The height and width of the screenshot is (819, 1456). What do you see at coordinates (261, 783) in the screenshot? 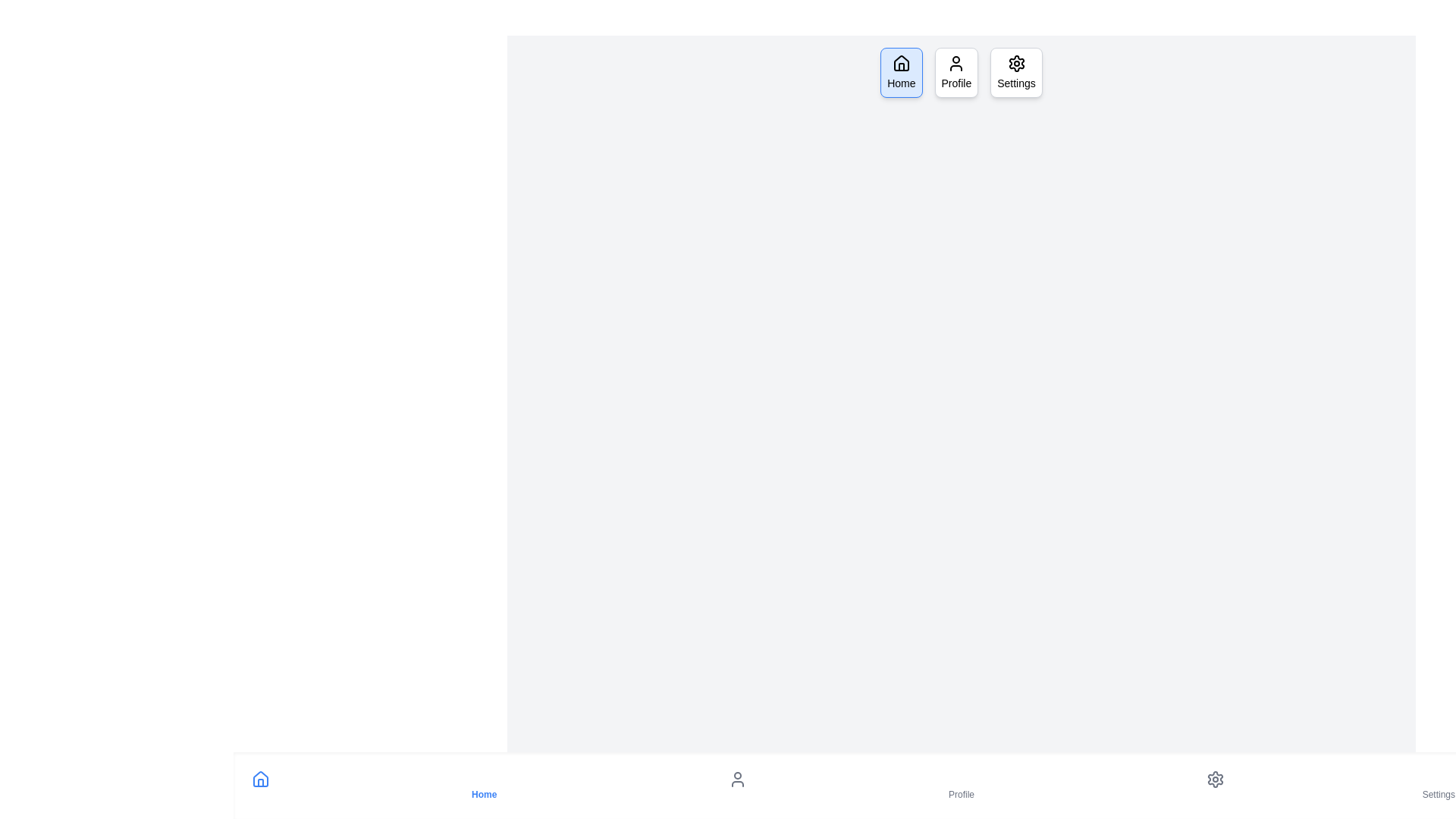
I see `the central door rectangle inside the house-shaped icon located in the bottom navigation bar's 'Home' section` at bounding box center [261, 783].